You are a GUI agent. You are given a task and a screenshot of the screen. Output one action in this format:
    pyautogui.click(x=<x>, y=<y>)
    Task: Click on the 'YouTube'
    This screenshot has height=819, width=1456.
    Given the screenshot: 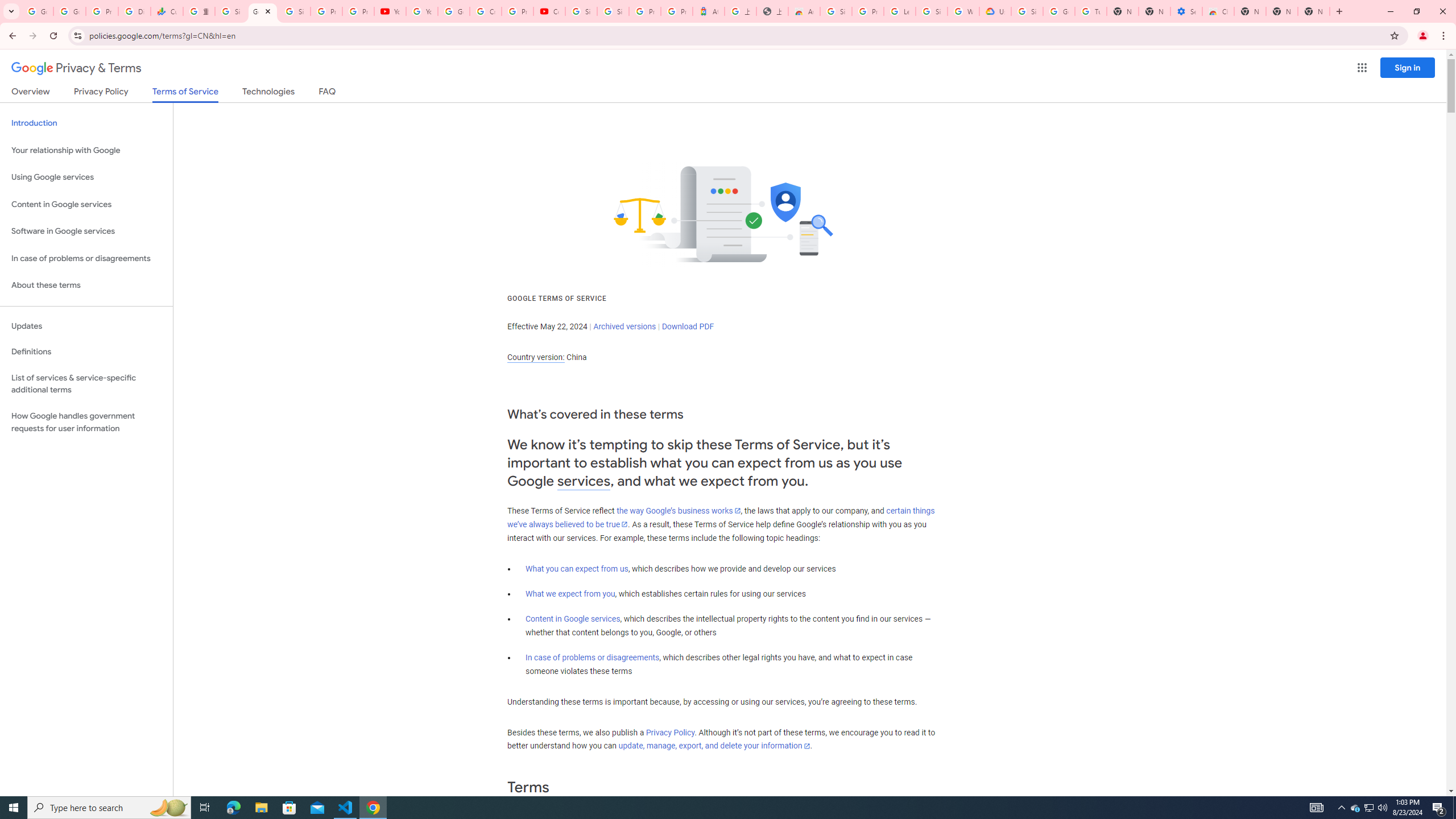 What is the action you would take?
    pyautogui.click(x=390, y=11)
    